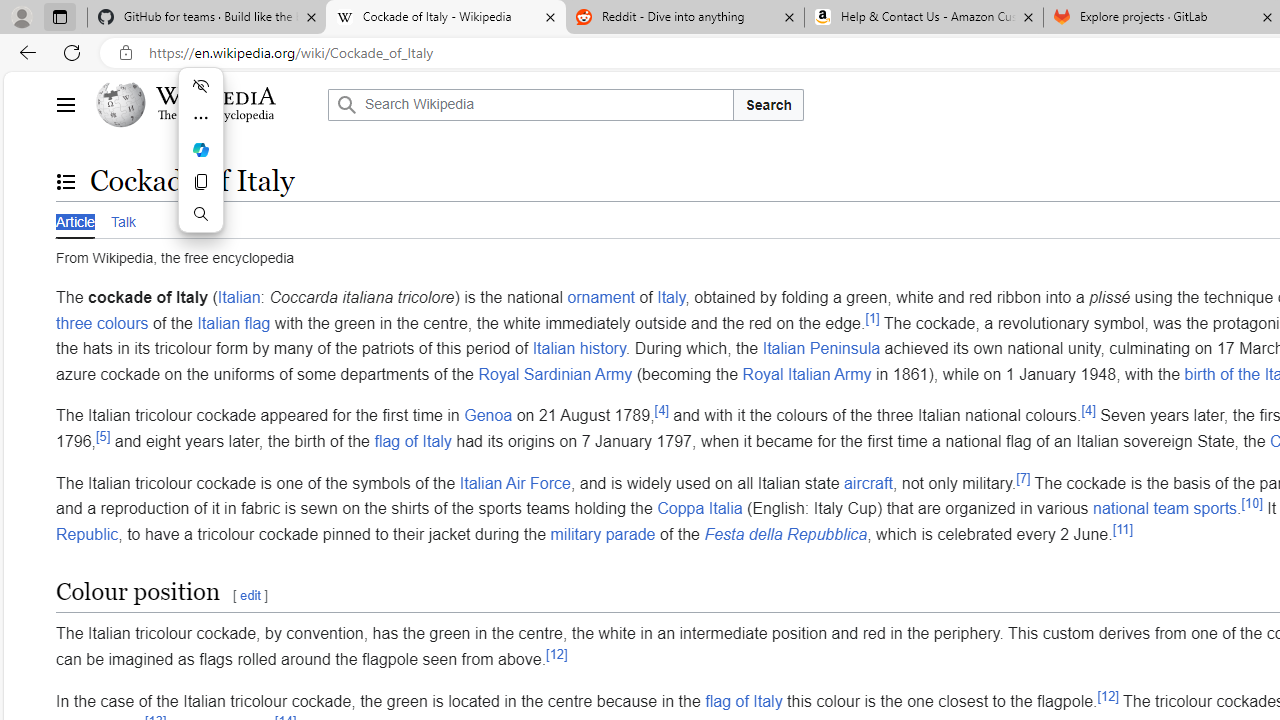 The image size is (1280, 720). Describe the element at coordinates (444, 17) in the screenshot. I see `'Cockade of Italy - Wikipedia'` at that location.